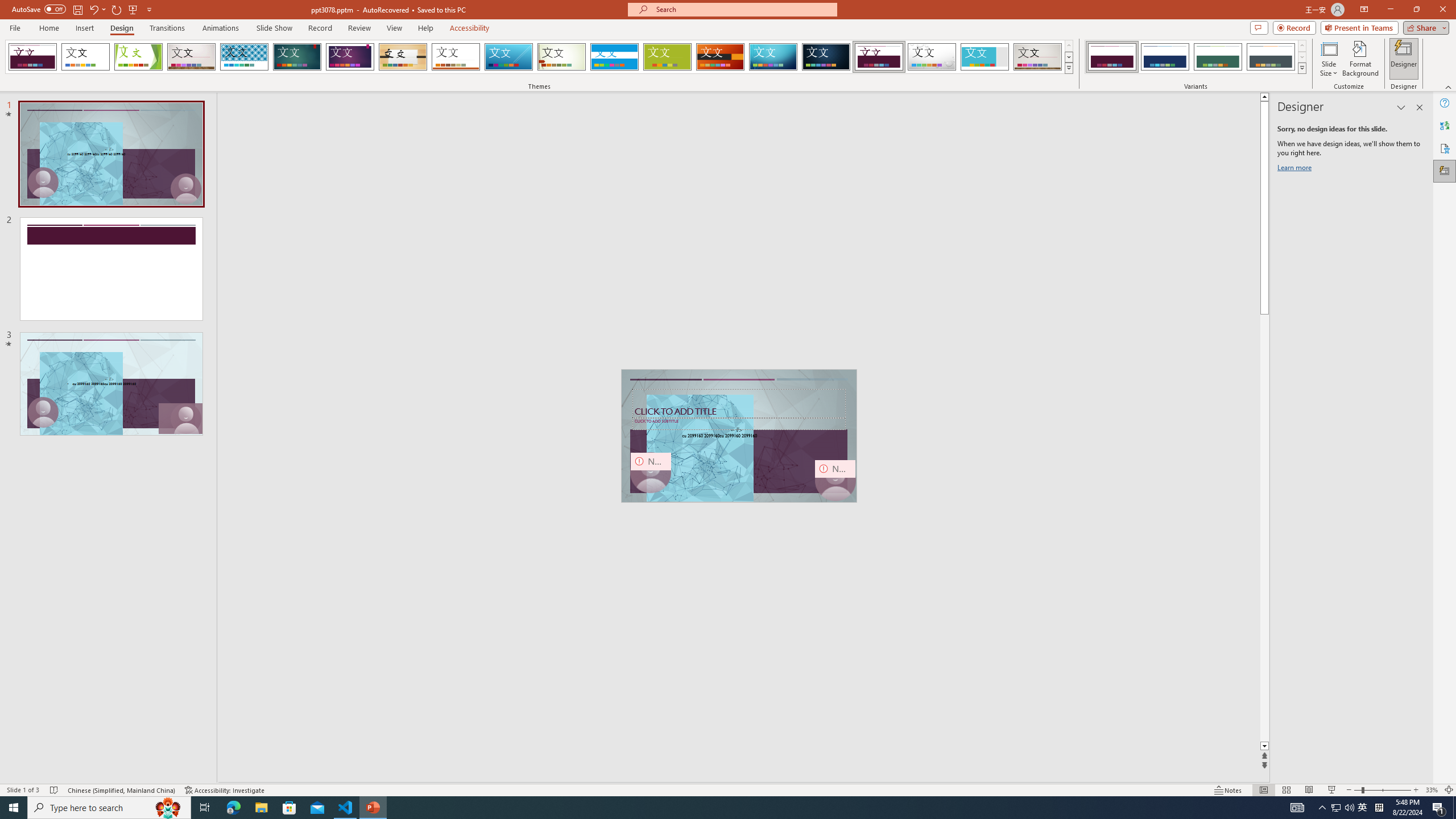 This screenshot has height=819, width=1456. Describe the element at coordinates (739, 435) in the screenshot. I see `'An abstract genetic concept'` at that location.